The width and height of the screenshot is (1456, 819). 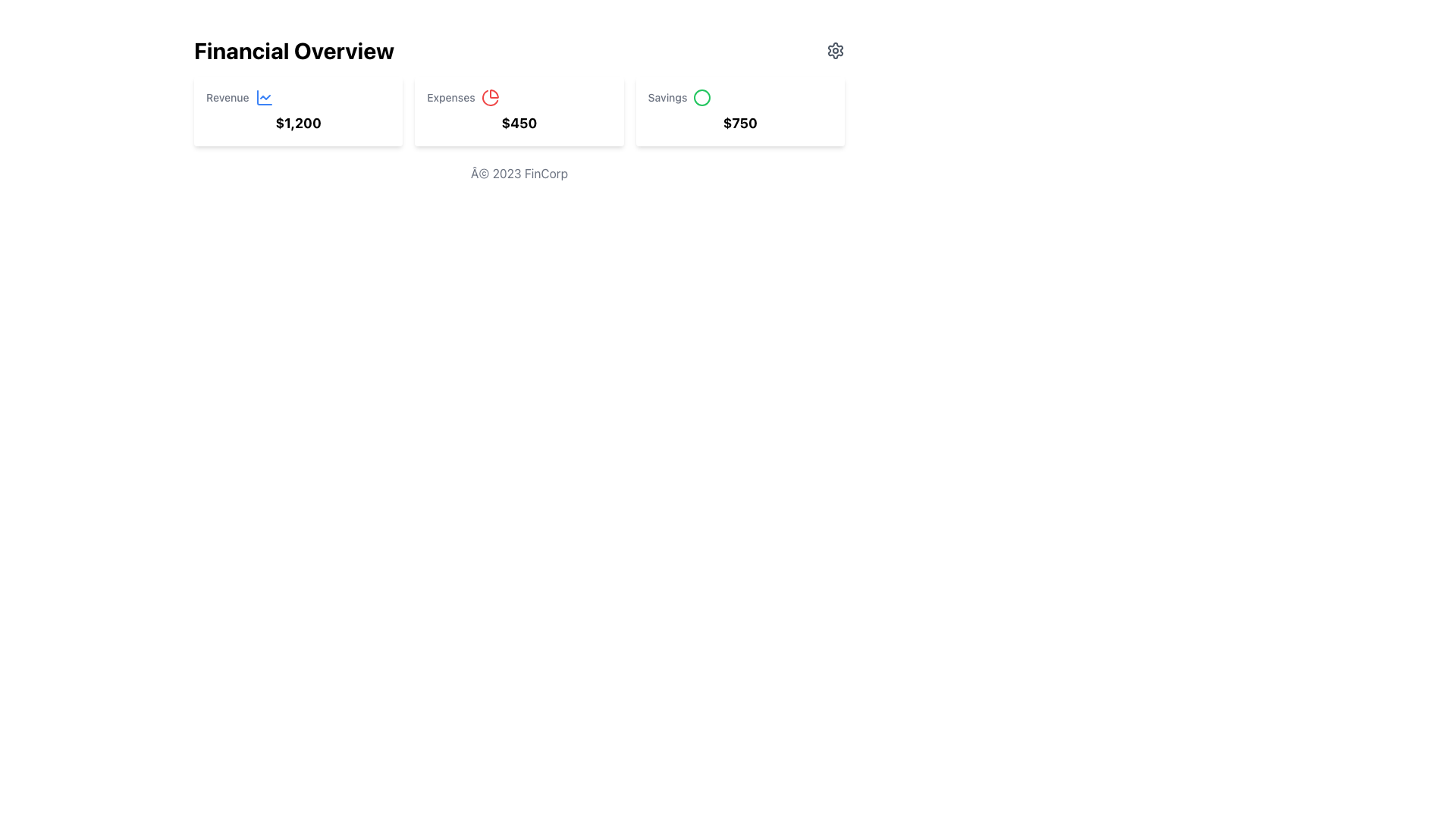 What do you see at coordinates (701, 97) in the screenshot?
I see `the visual indicator icon associated with the 'Savings' label located in the top-right section of the interface` at bounding box center [701, 97].